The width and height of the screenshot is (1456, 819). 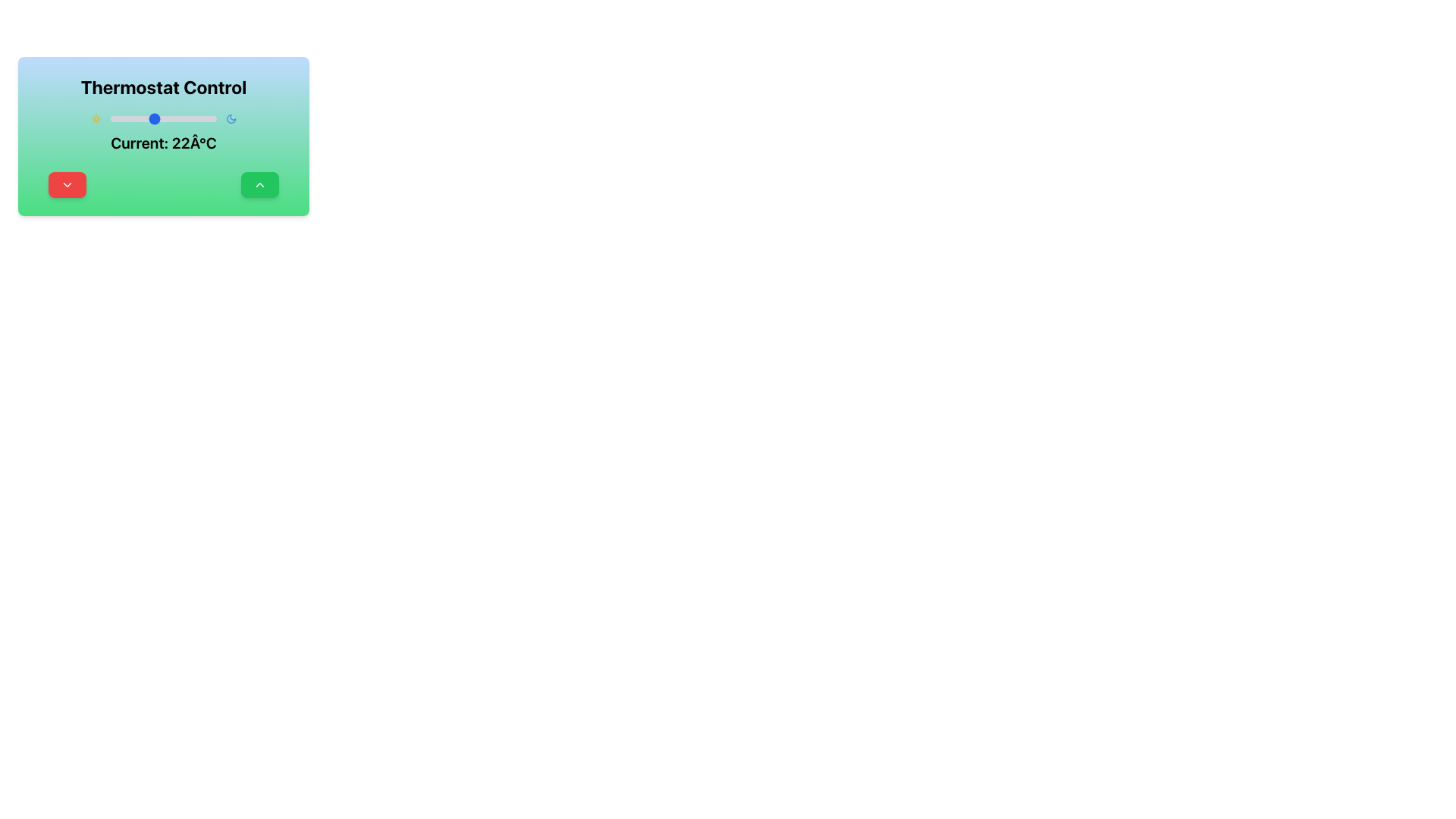 I want to click on temperature, so click(x=171, y=118).